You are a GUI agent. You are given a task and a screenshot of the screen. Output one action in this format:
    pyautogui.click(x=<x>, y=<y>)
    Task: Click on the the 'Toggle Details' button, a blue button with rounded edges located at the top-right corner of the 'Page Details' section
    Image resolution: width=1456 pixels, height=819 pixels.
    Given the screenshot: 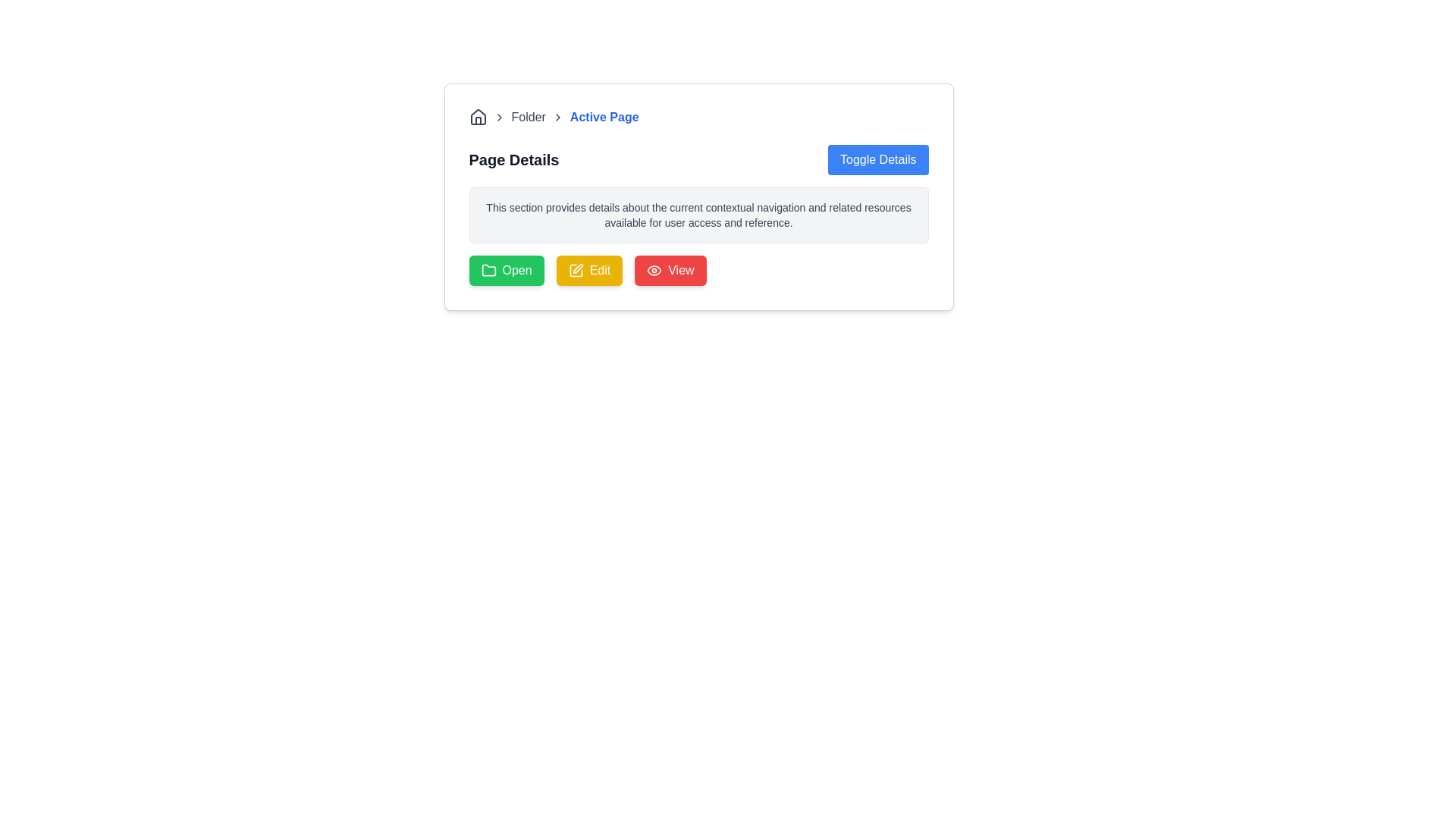 What is the action you would take?
    pyautogui.click(x=878, y=160)
    